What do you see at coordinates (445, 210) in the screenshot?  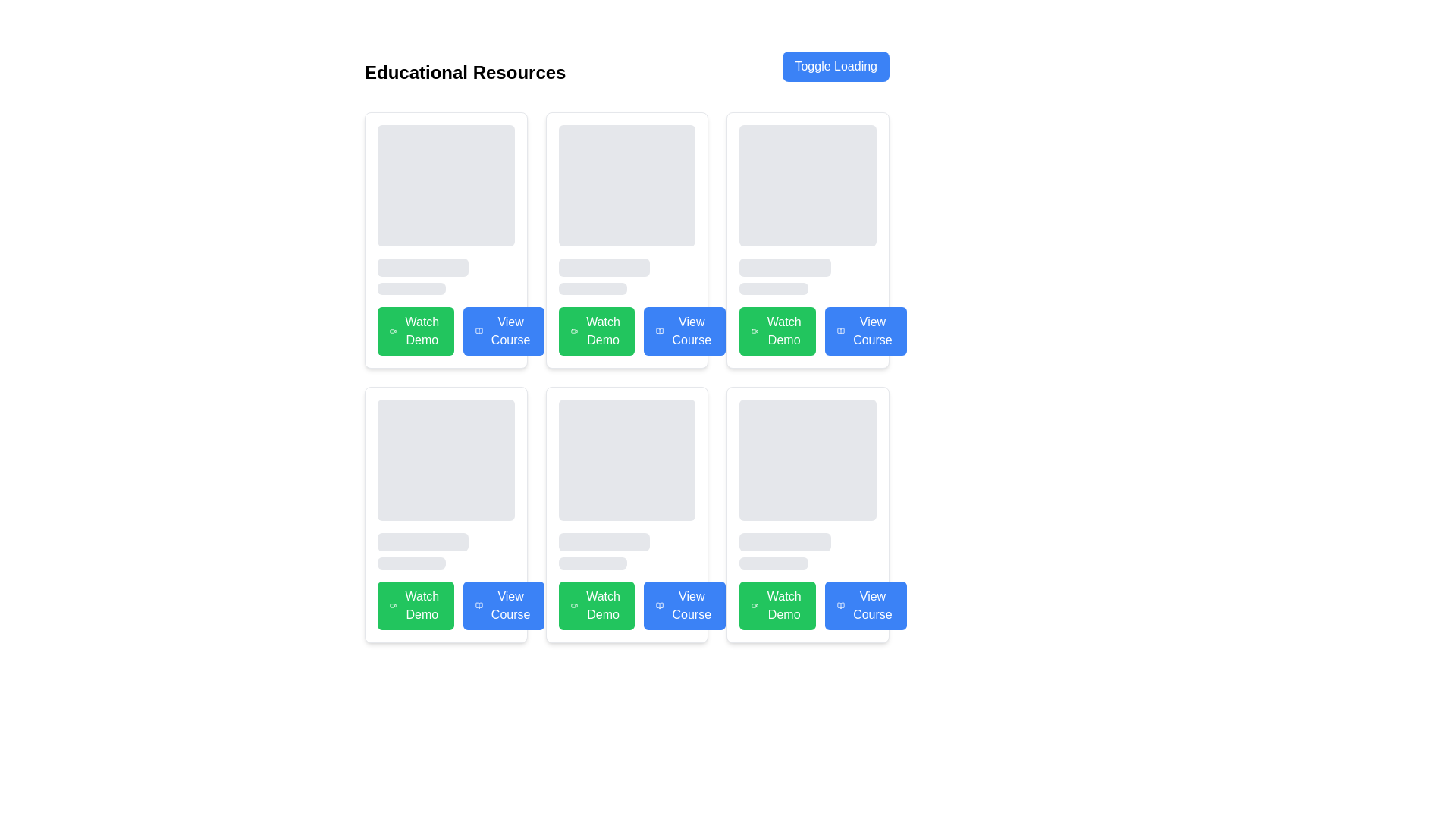 I see `the Placeholder skeleton loader located in the upper section of the first card in the grid layout, which indicates that content is currently loading` at bounding box center [445, 210].